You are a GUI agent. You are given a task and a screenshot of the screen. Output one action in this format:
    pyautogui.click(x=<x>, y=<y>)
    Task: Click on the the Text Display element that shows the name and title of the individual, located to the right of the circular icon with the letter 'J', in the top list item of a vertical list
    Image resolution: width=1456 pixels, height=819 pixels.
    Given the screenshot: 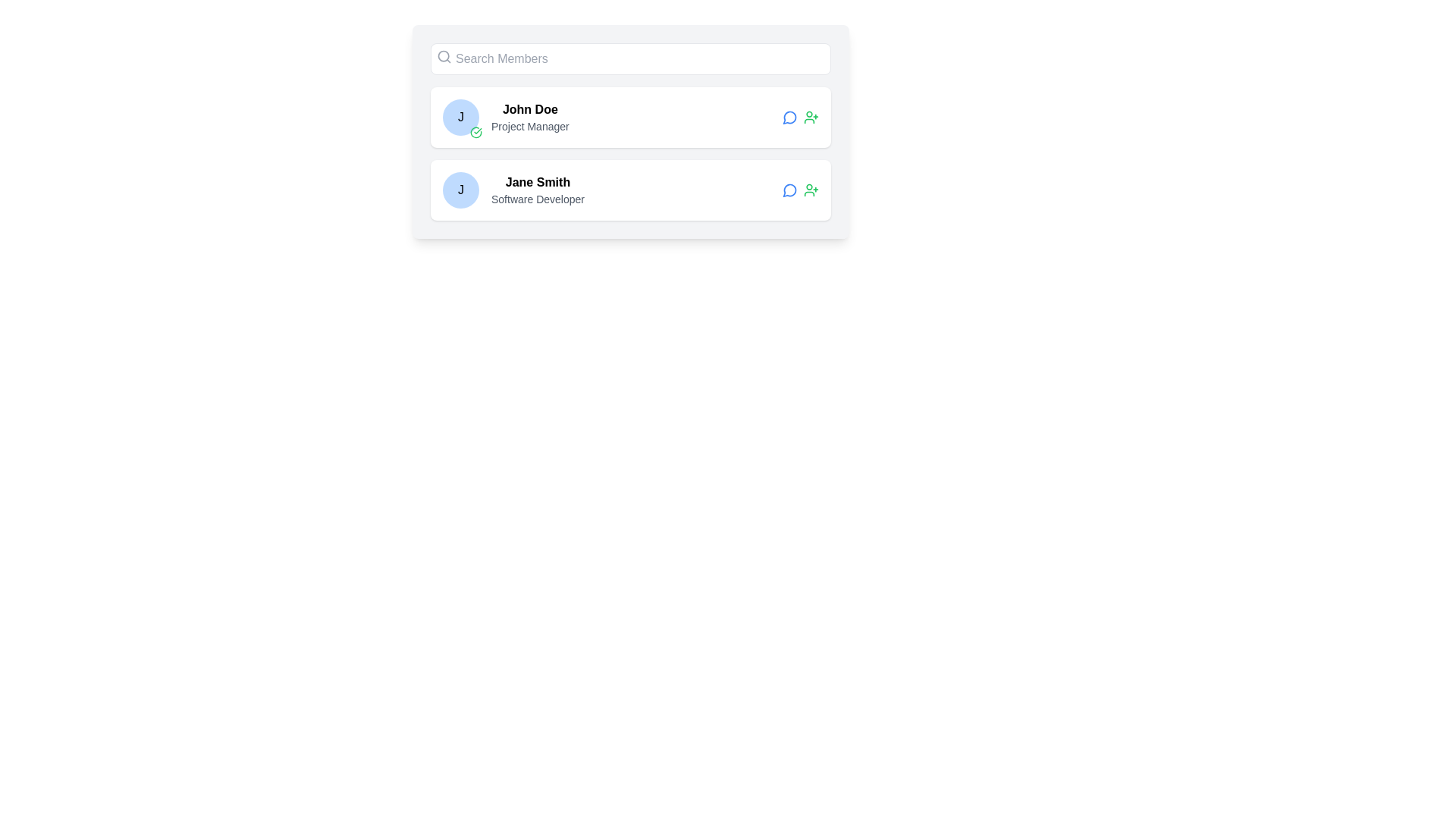 What is the action you would take?
    pyautogui.click(x=530, y=116)
    